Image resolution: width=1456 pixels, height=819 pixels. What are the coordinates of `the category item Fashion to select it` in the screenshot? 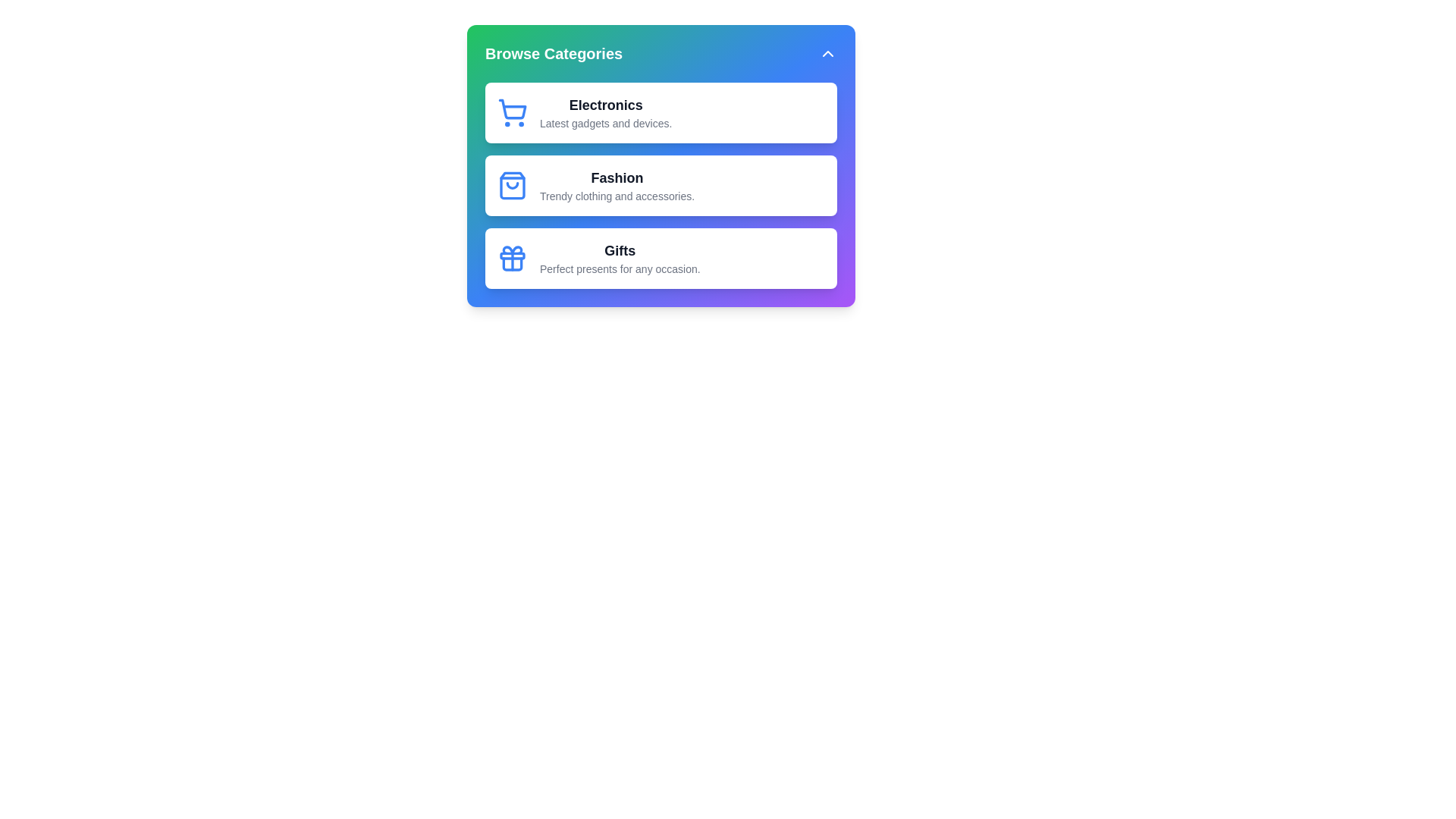 It's located at (661, 185).